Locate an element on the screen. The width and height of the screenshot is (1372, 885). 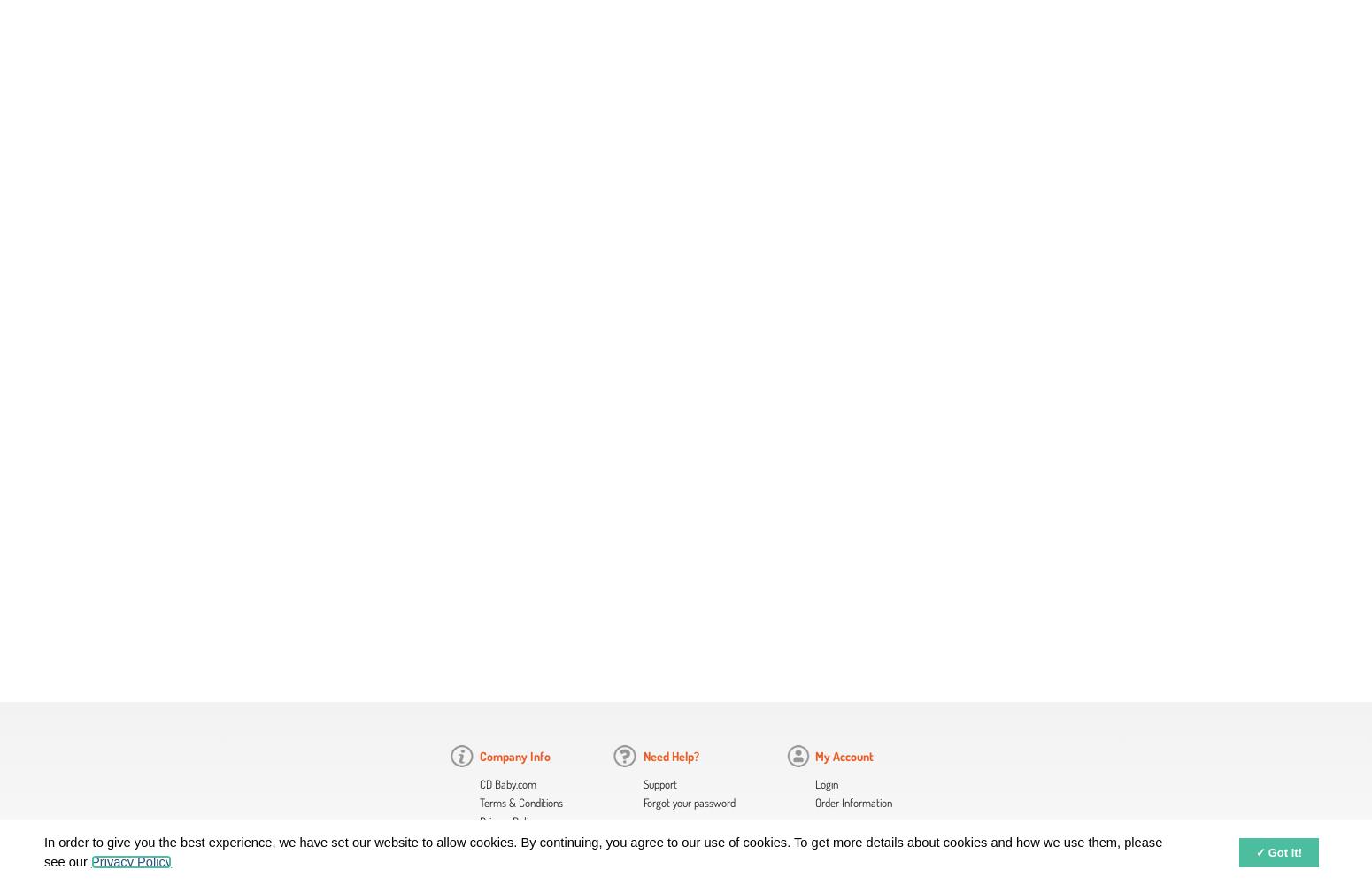
'Login' is located at coordinates (826, 784).